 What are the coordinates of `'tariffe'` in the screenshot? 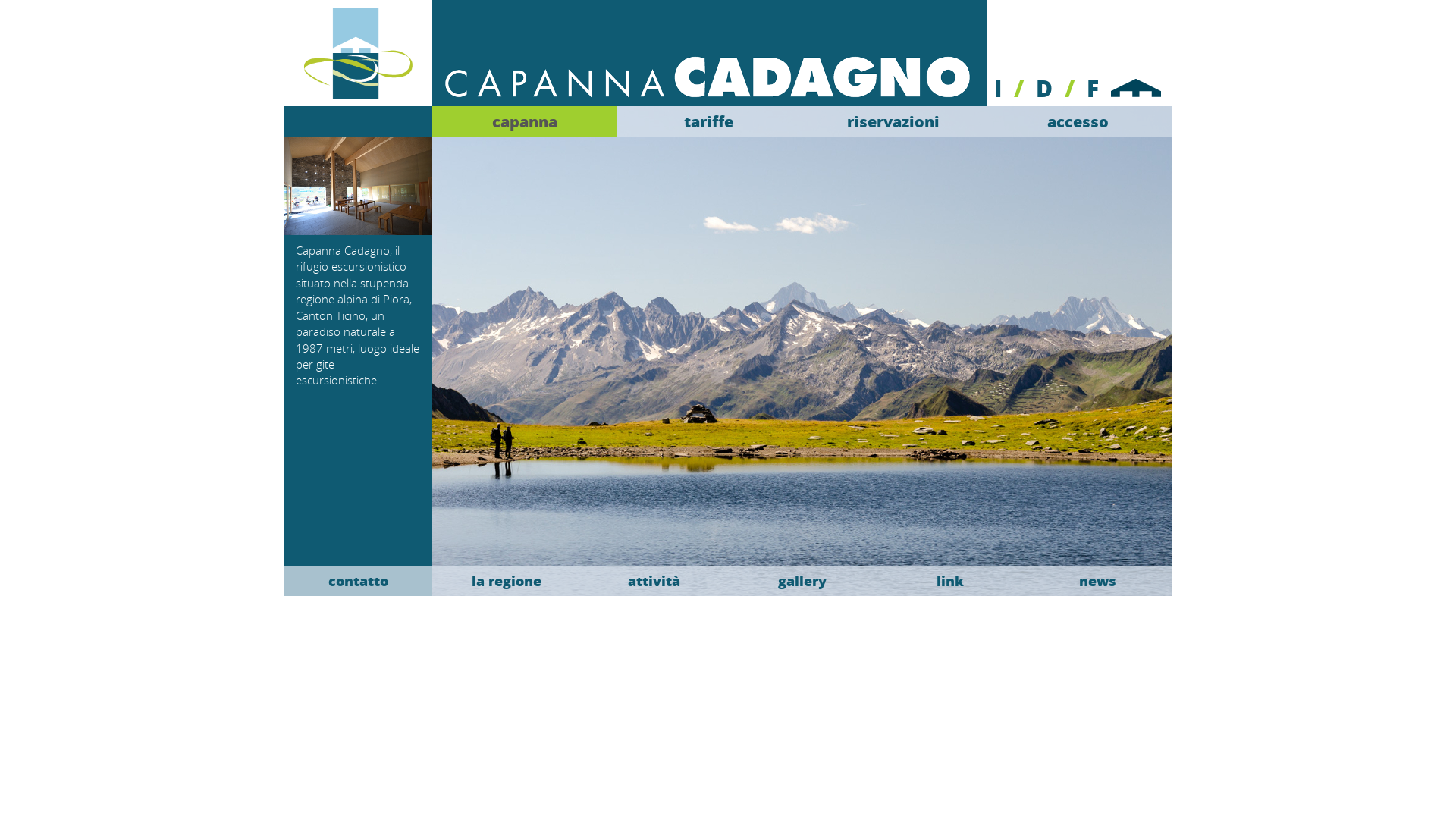 It's located at (708, 120).